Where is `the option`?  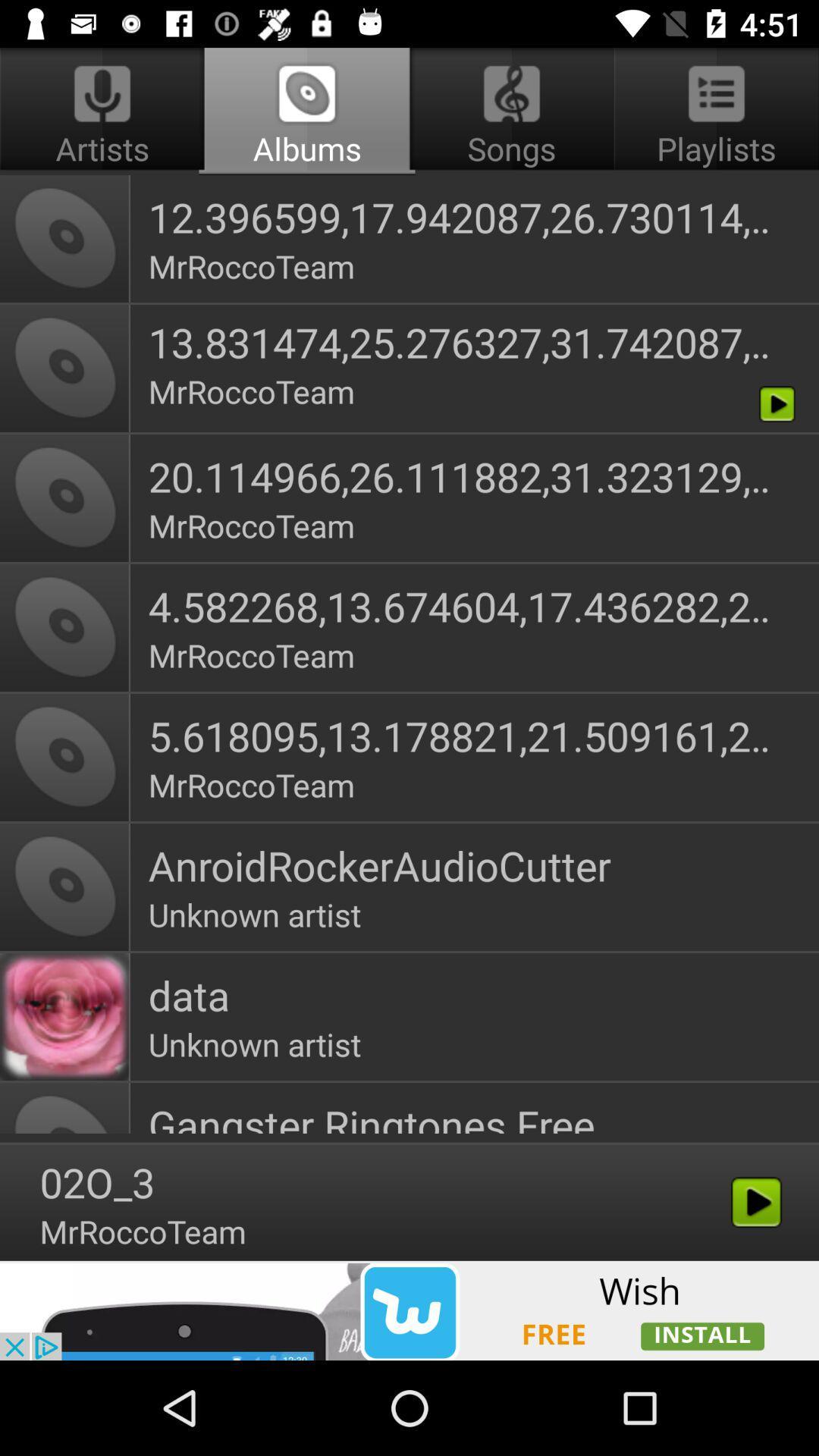
the option is located at coordinates (409, 1310).